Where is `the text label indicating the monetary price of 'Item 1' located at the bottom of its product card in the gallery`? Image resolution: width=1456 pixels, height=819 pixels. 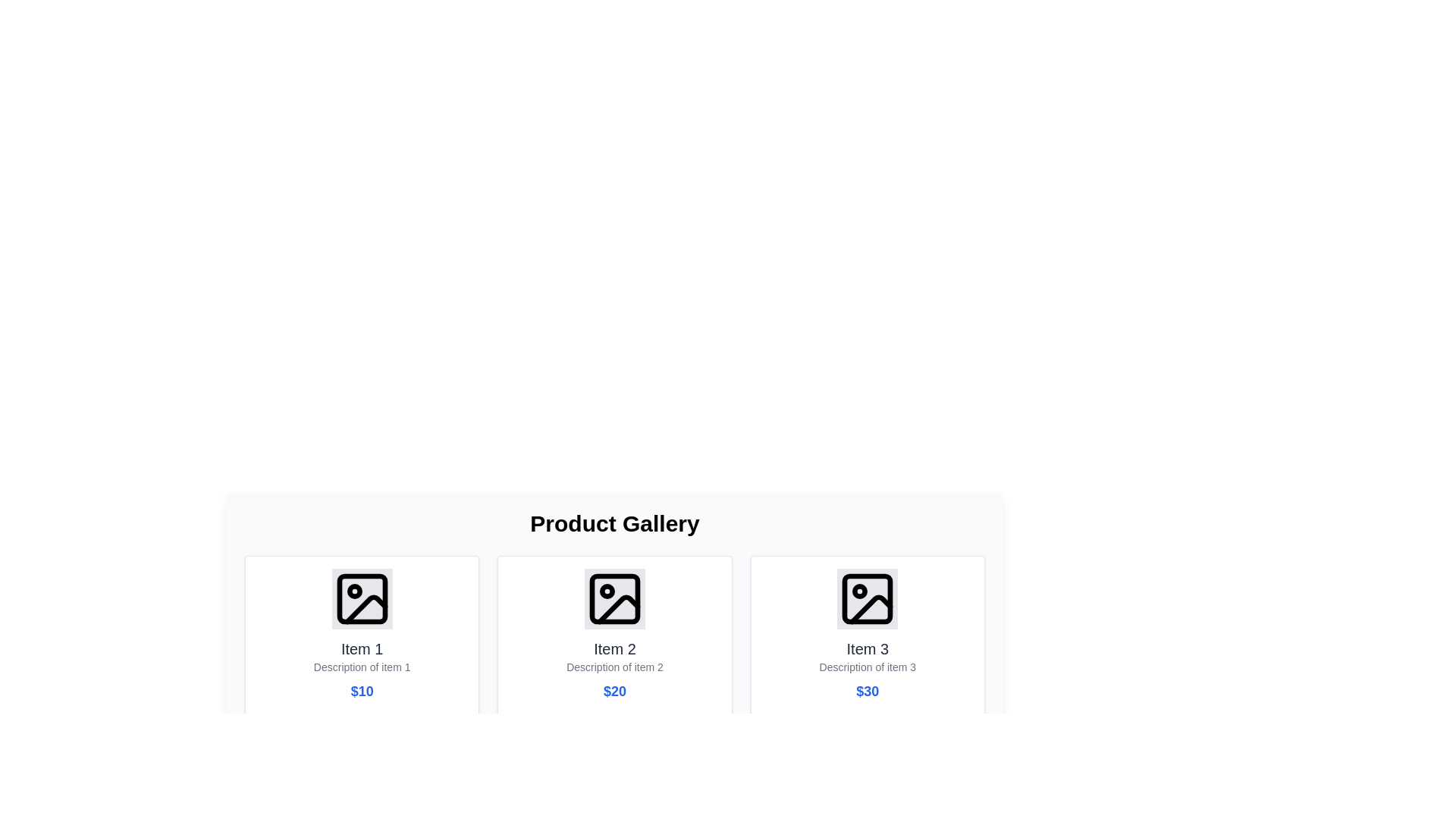
the text label indicating the monetary price of 'Item 1' located at the bottom of its product card in the gallery is located at coordinates (361, 691).